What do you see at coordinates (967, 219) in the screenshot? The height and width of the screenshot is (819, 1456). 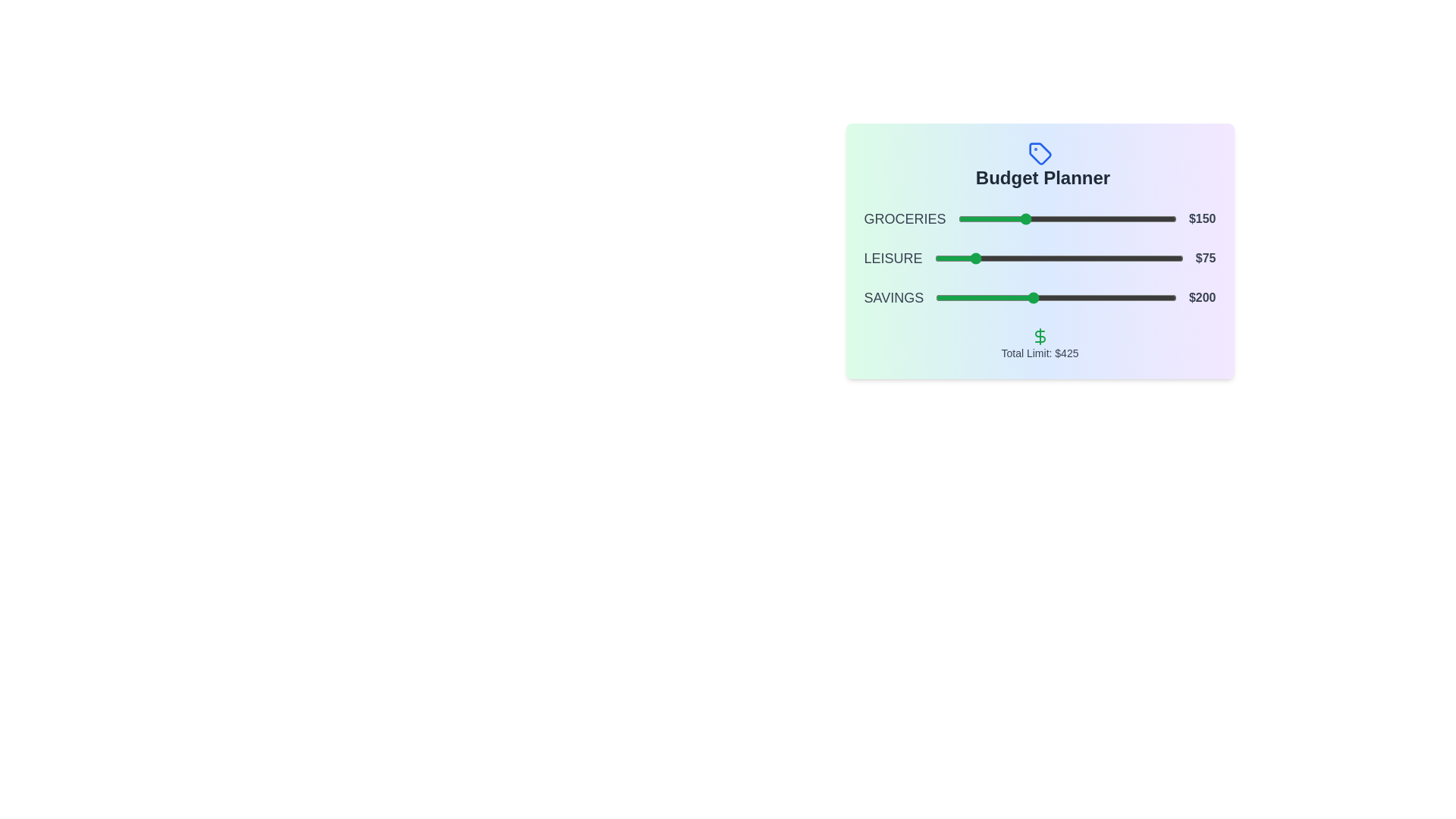 I see `the slider for 0 to 23` at bounding box center [967, 219].